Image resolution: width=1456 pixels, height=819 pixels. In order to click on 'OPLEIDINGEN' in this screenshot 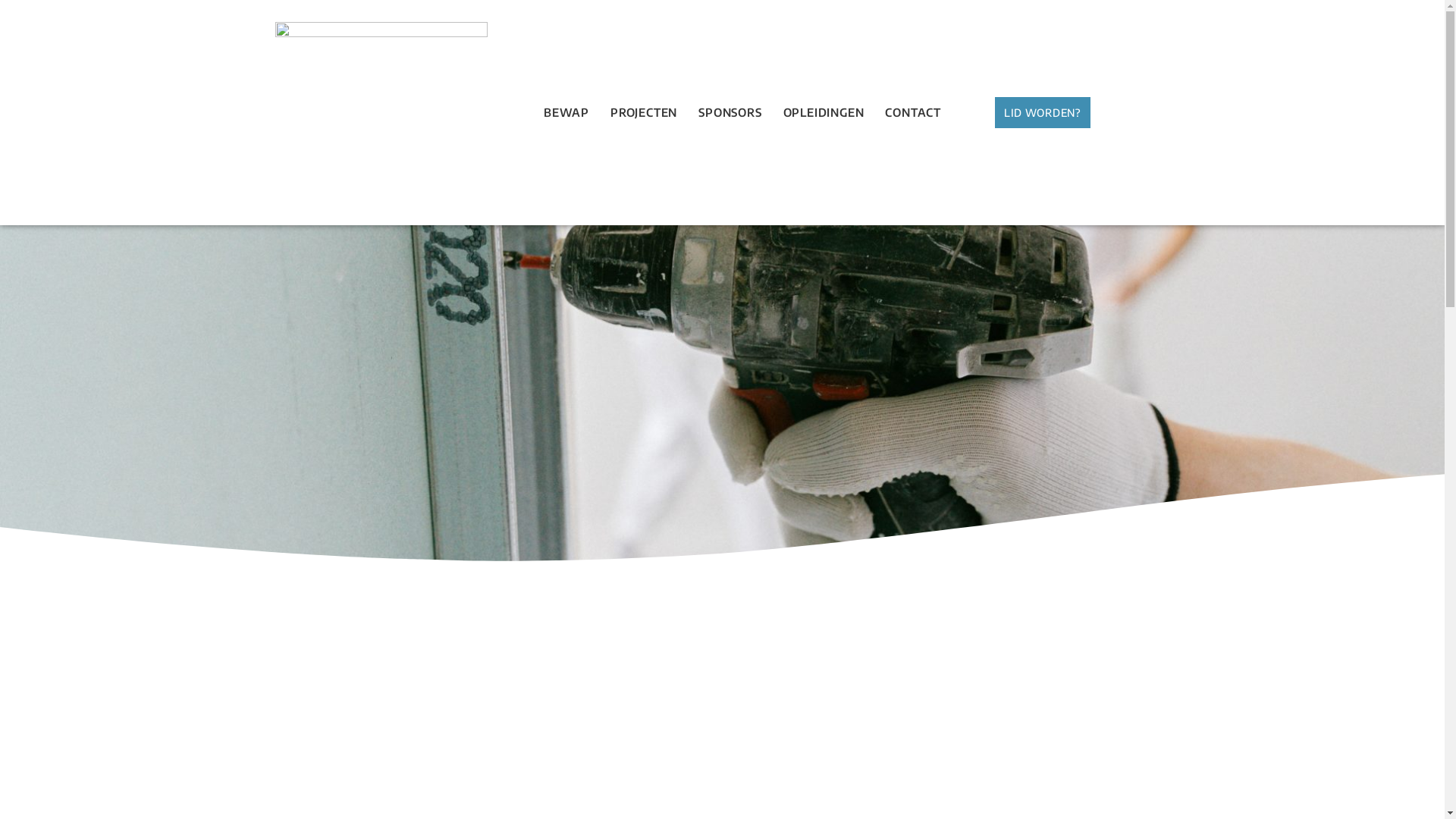, I will do `click(823, 111)`.